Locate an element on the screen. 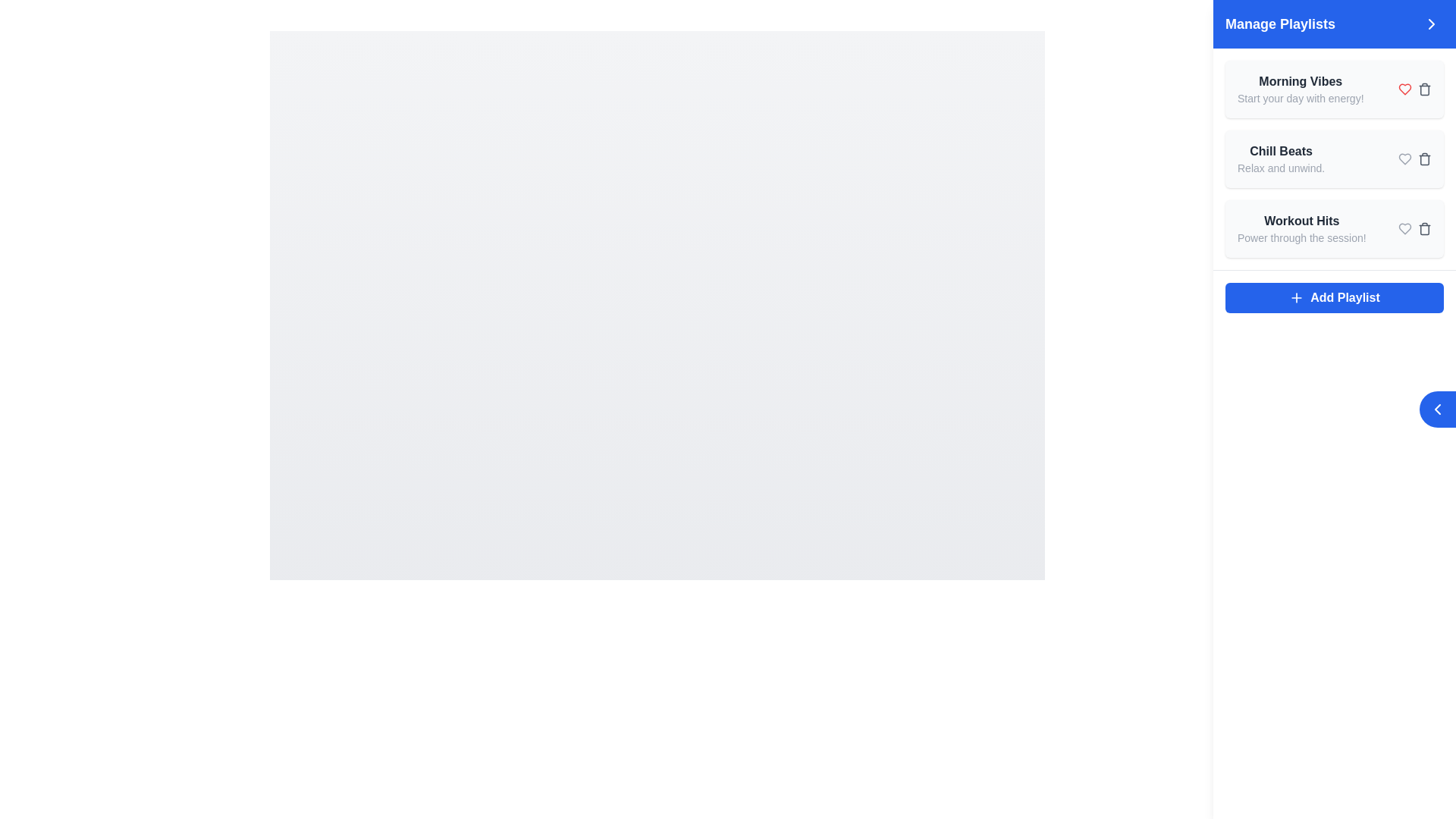 This screenshot has height=819, width=1456. the navigation icon located in the top-right corner of the interface, which serves as a visual indicator for interaction possibilities is located at coordinates (1437, 409).